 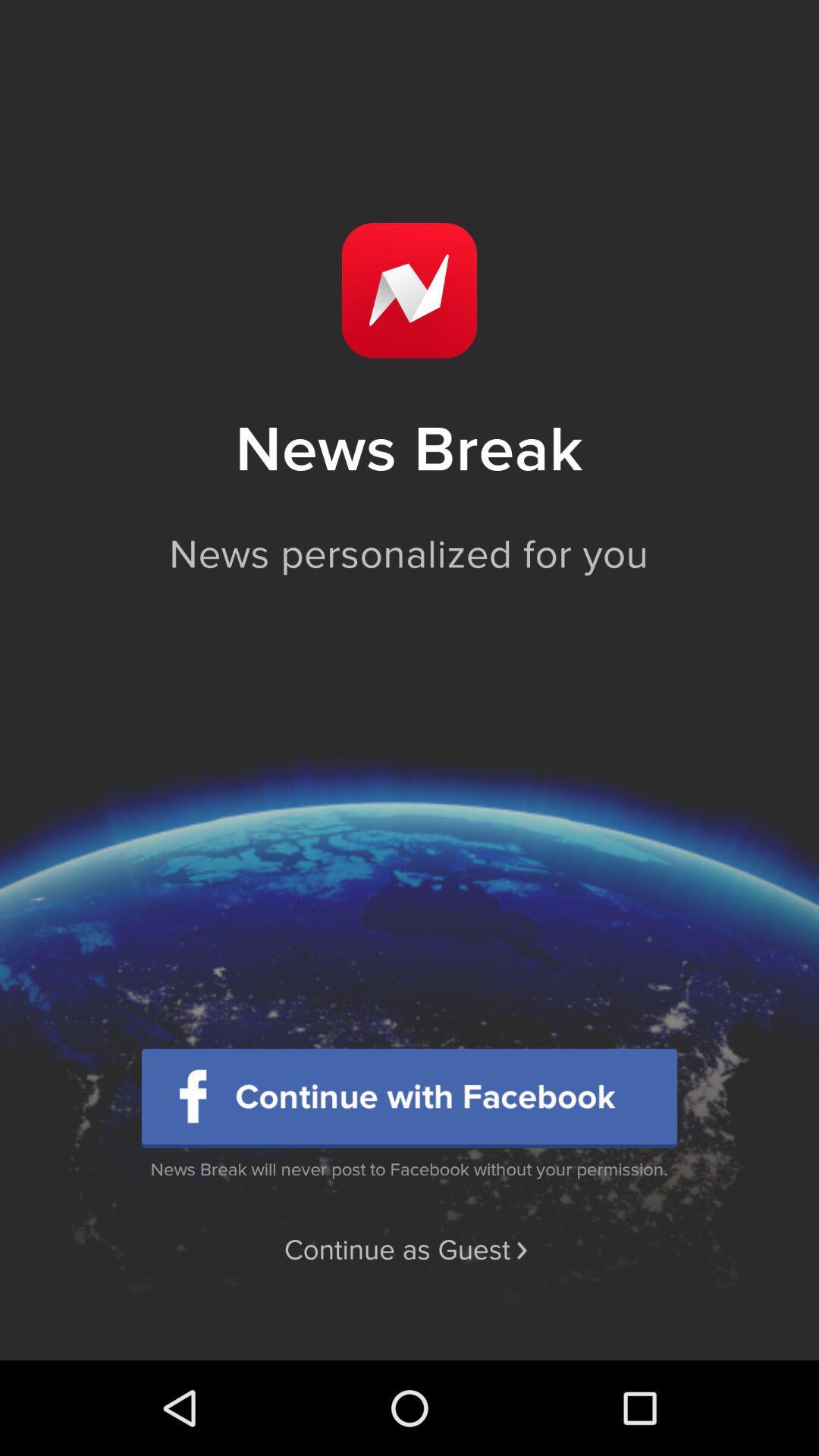 I want to click on the continue as guest item, so click(x=408, y=1250).